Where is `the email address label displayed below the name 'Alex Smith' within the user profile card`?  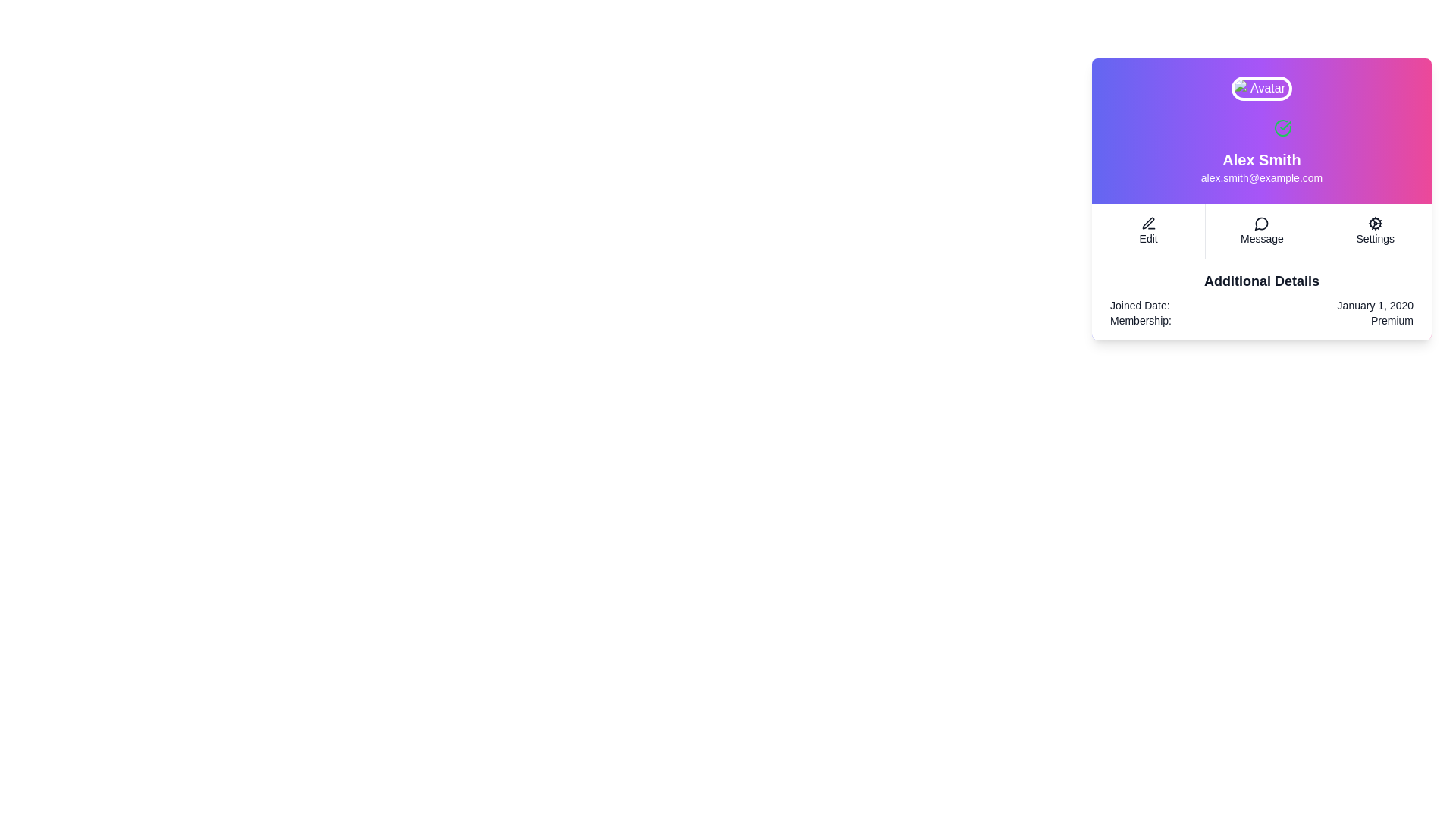
the email address label displayed below the name 'Alex Smith' within the user profile card is located at coordinates (1262, 177).